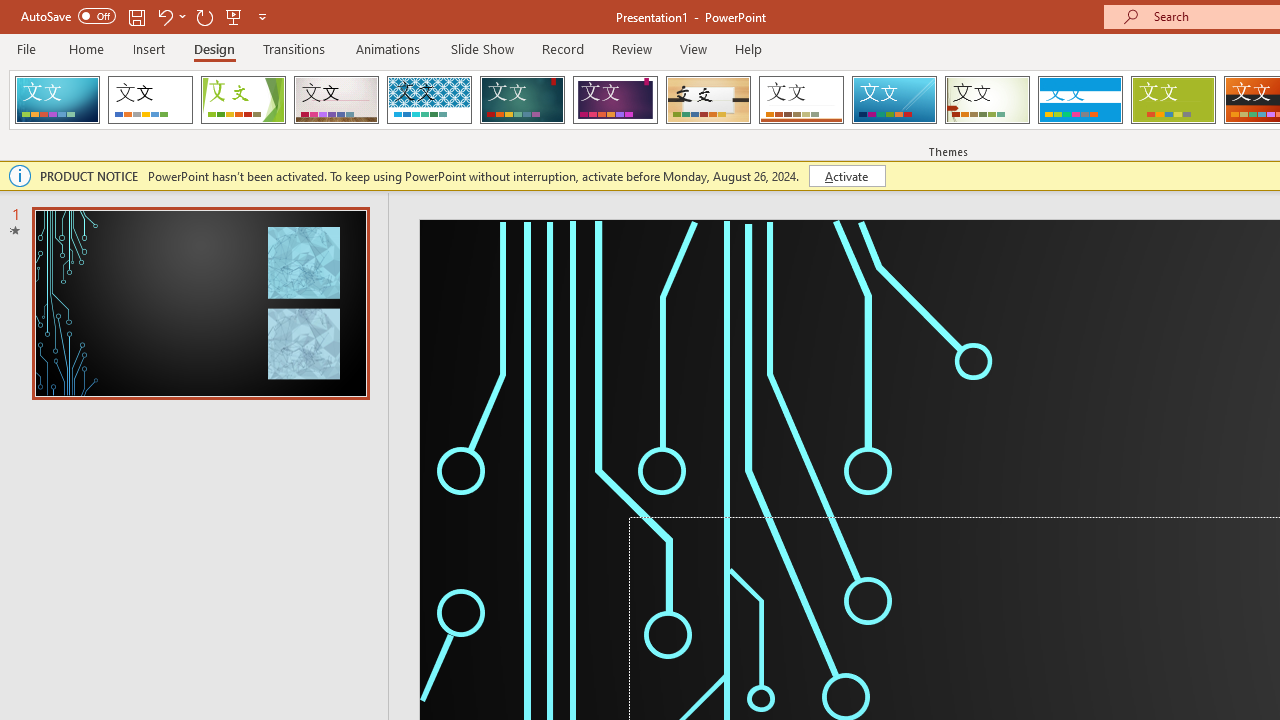 The image size is (1280, 720). Describe the element at coordinates (1079, 100) in the screenshot. I see `'Banded'` at that location.